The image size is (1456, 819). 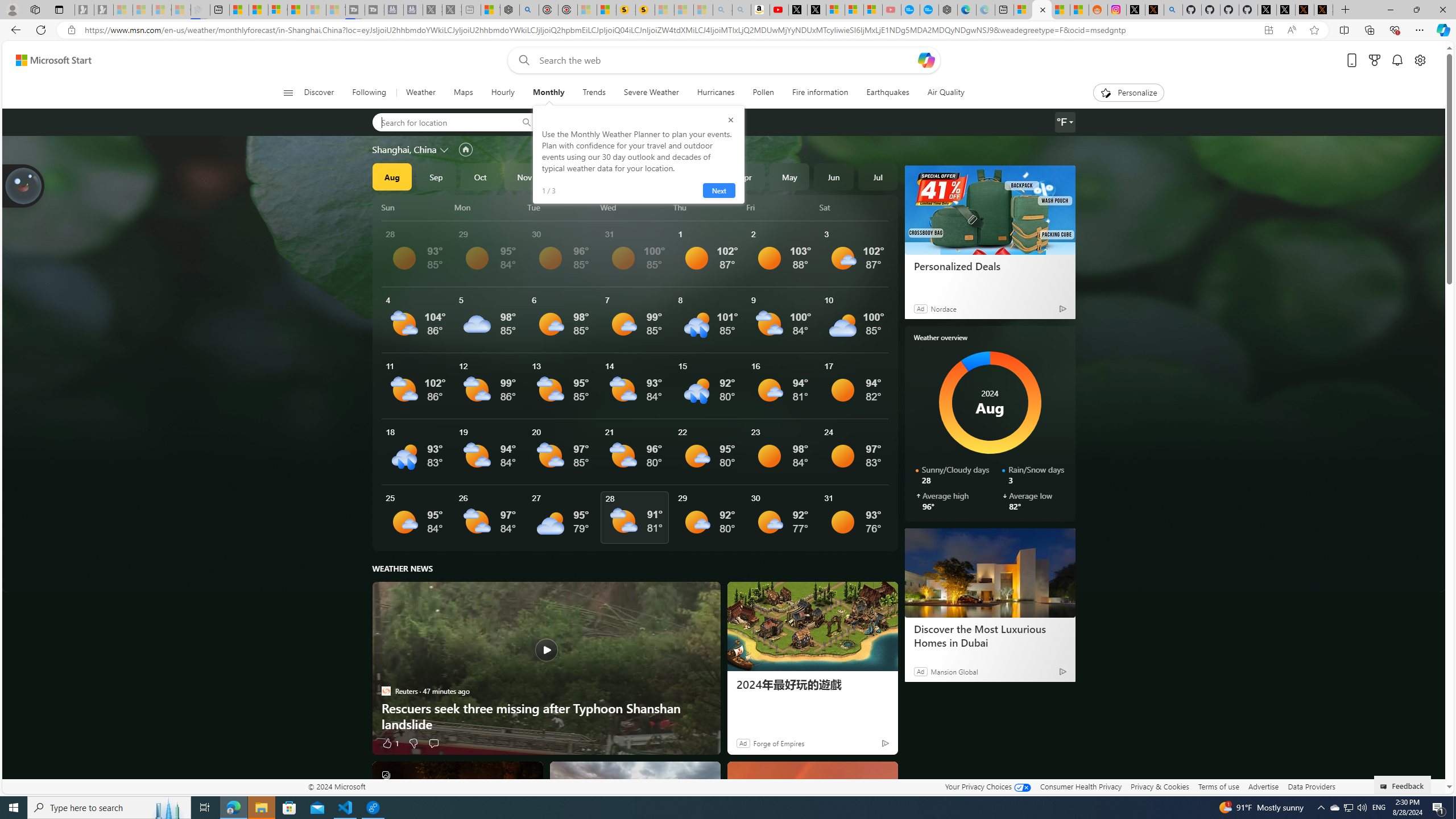 What do you see at coordinates (466, 148) in the screenshot?
I see `'Set as primary location'` at bounding box center [466, 148].